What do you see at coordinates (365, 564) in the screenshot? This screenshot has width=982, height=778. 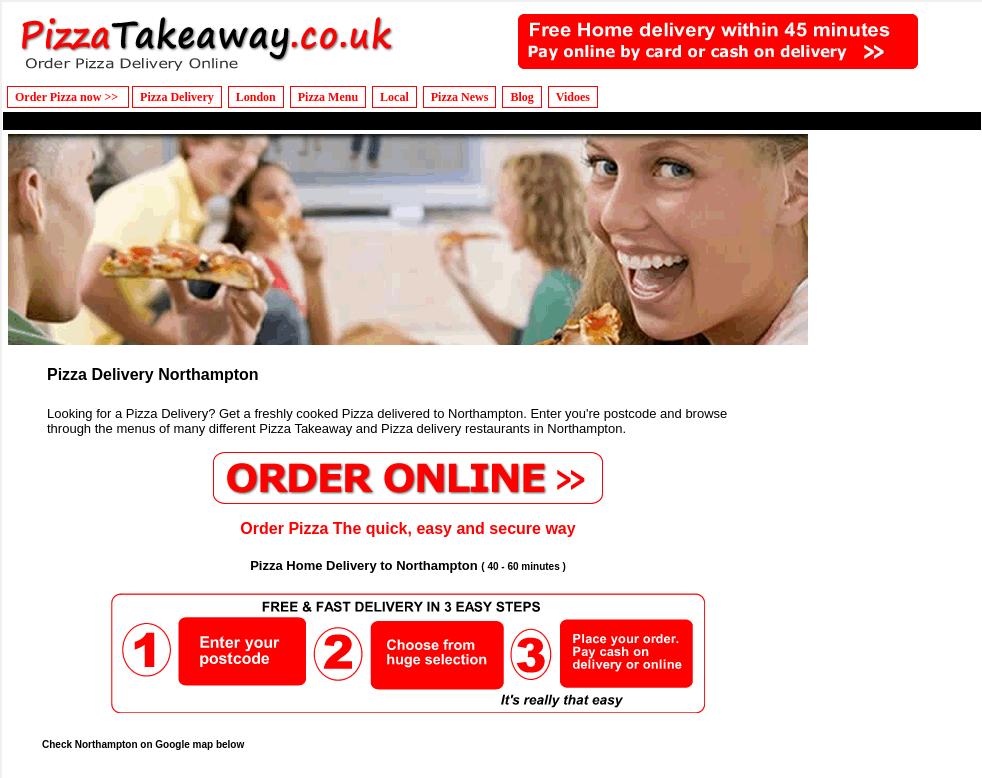 I see `'Pizza Home Delivery to Northampton'` at bounding box center [365, 564].